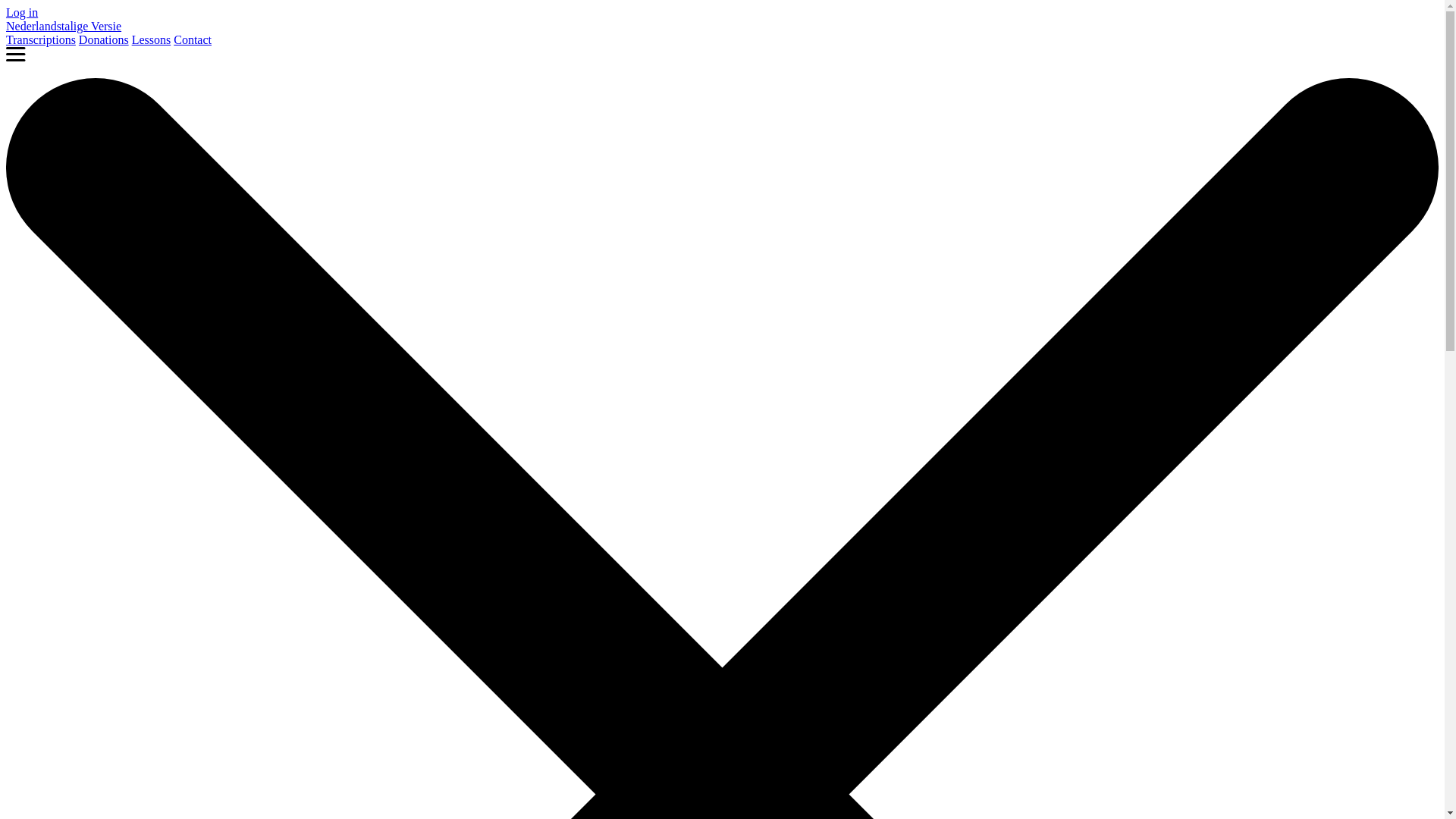 The width and height of the screenshot is (1456, 819). Describe the element at coordinates (152, 39) in the screenshot. I see `'Lessons'` at that location.